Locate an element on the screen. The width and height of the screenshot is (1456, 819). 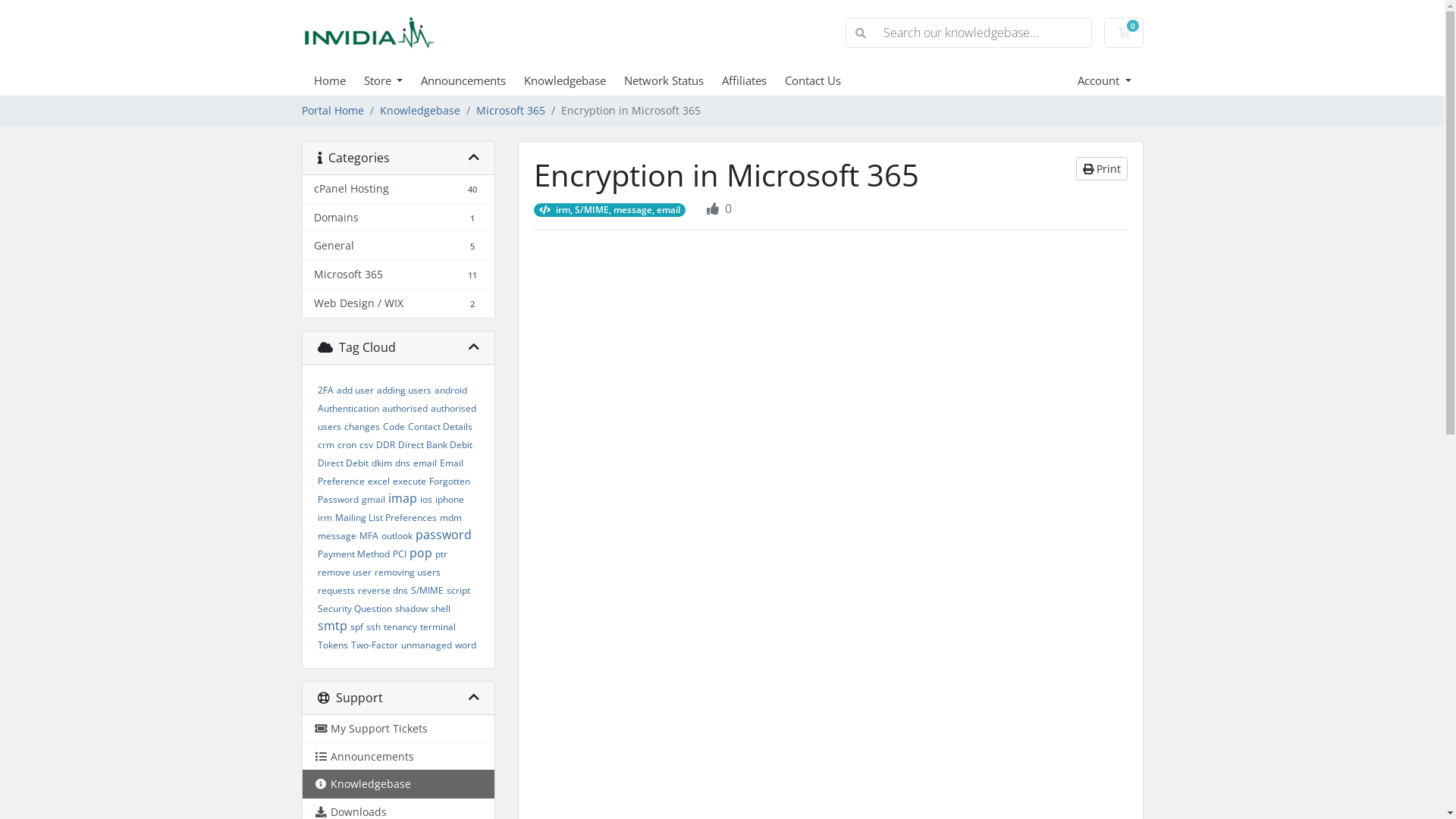
'General is located at coordinates (397, 245).